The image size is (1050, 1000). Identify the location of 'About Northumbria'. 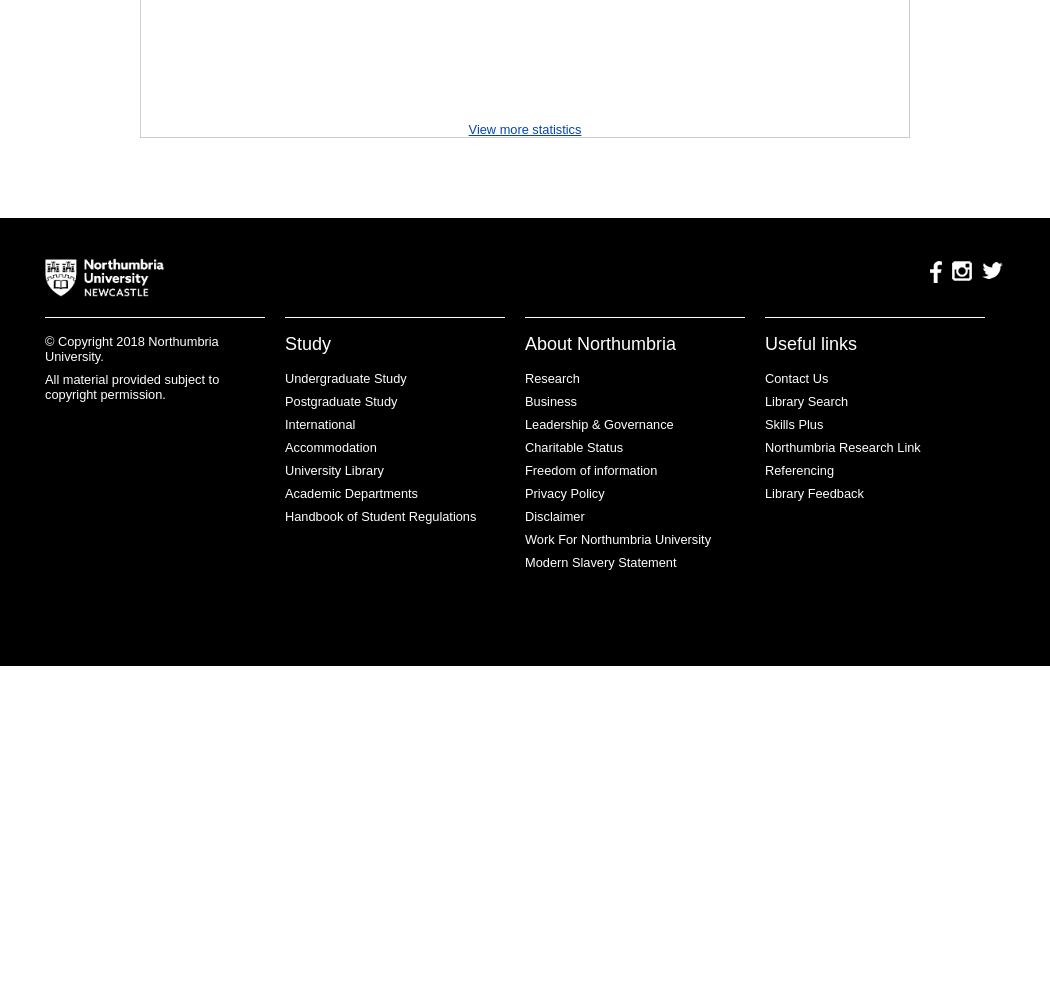
(600, 343).